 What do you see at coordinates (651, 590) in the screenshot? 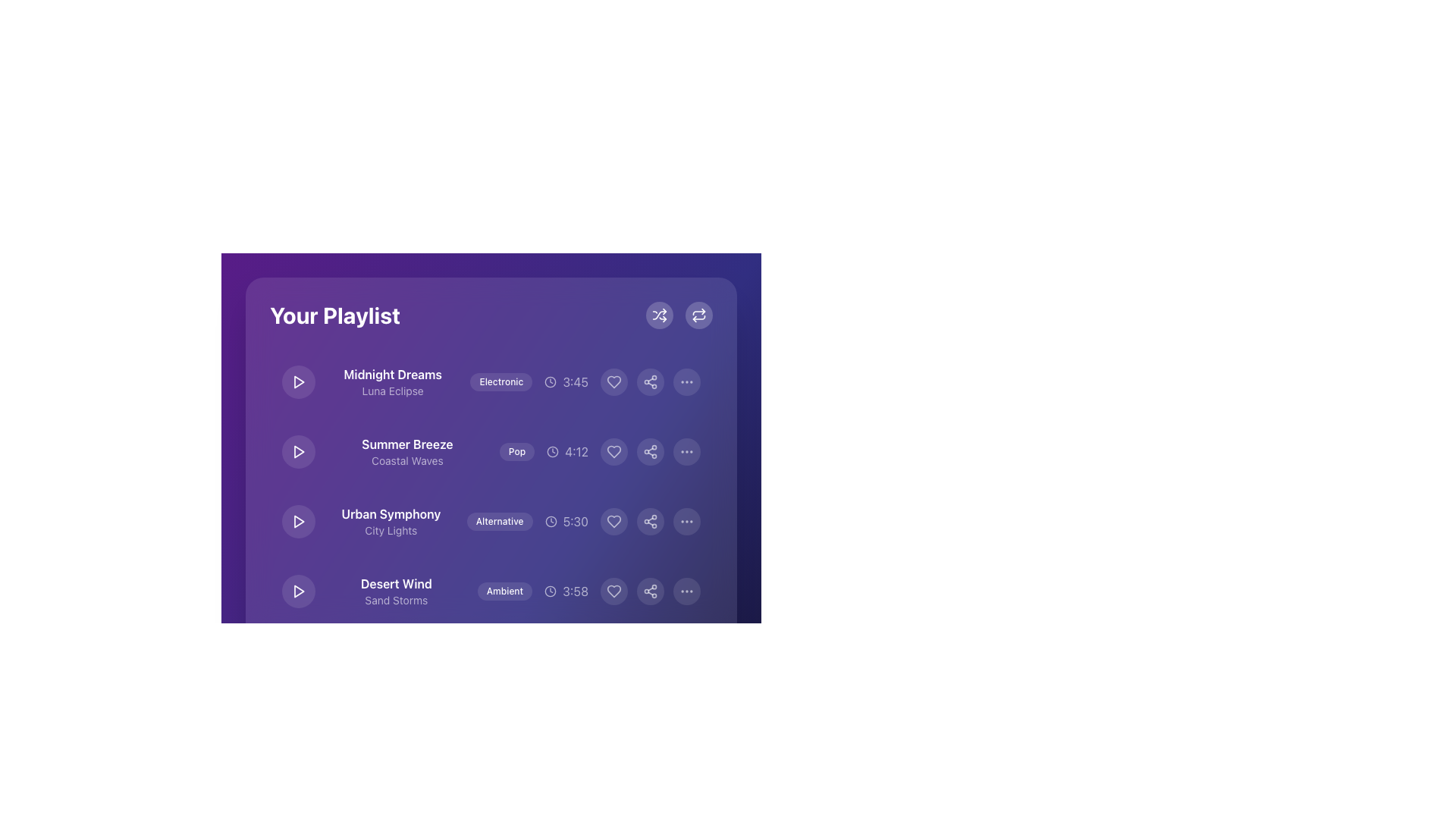
I see `the circular share icon button in the fourth row of the playlist interface` at bounding box center [651, 590].